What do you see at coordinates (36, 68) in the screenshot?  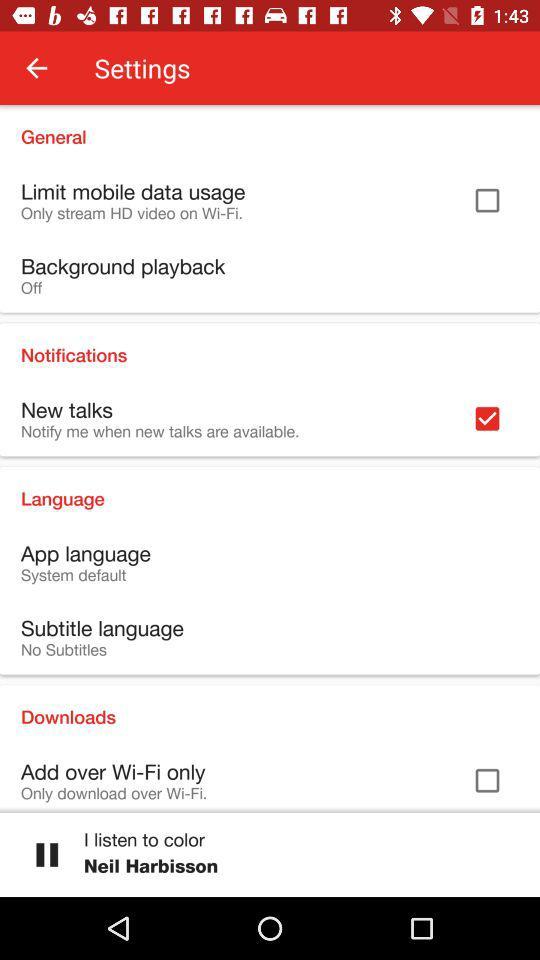 I see `item next to the settings` at bounding box center [36, 68].